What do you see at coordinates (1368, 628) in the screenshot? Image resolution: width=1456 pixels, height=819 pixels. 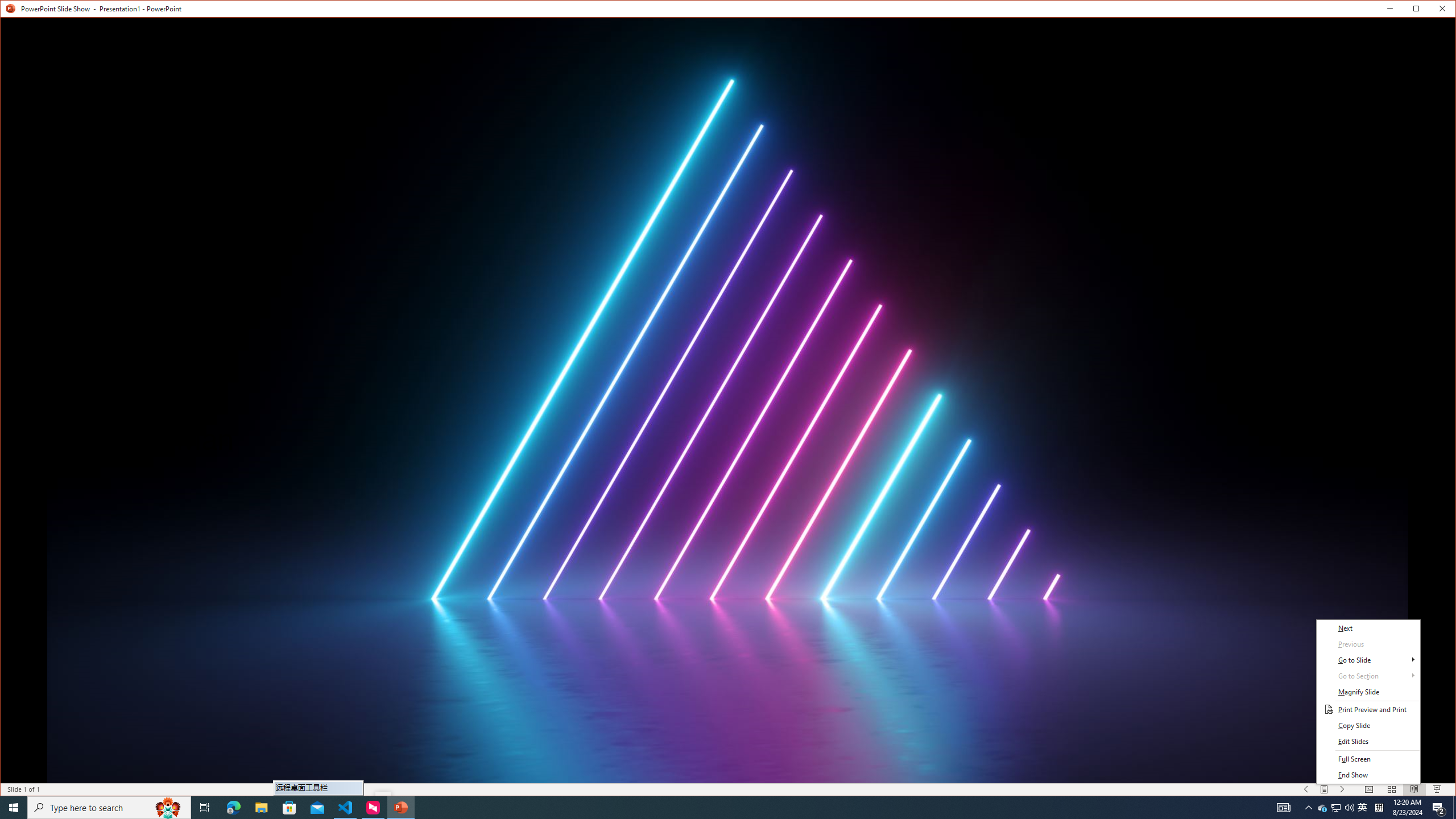 I see `'Next'` at bounding box center [1368, 628].